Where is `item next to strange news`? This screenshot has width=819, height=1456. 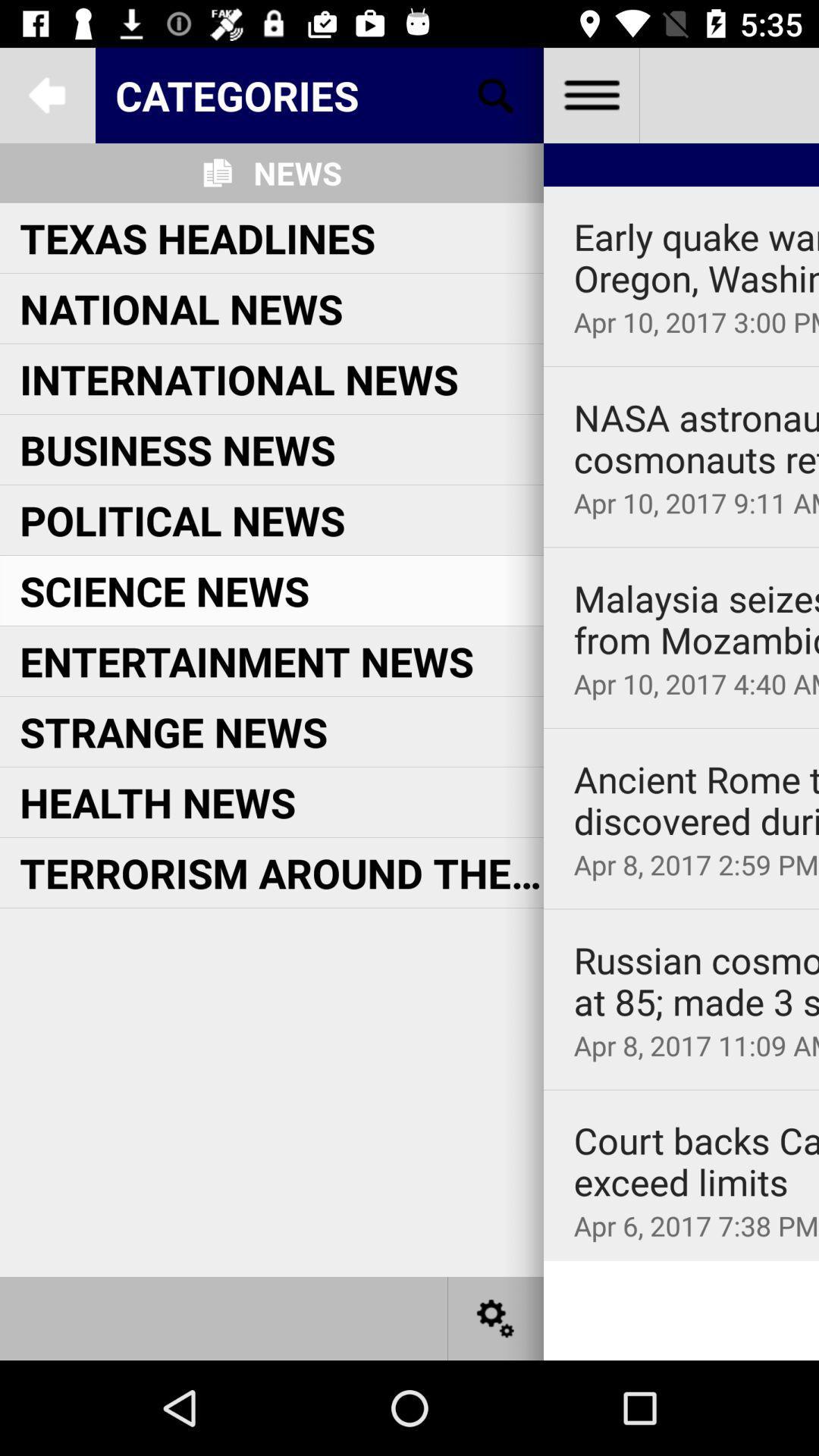
item next to strange news is located at coordinates (680, 728).